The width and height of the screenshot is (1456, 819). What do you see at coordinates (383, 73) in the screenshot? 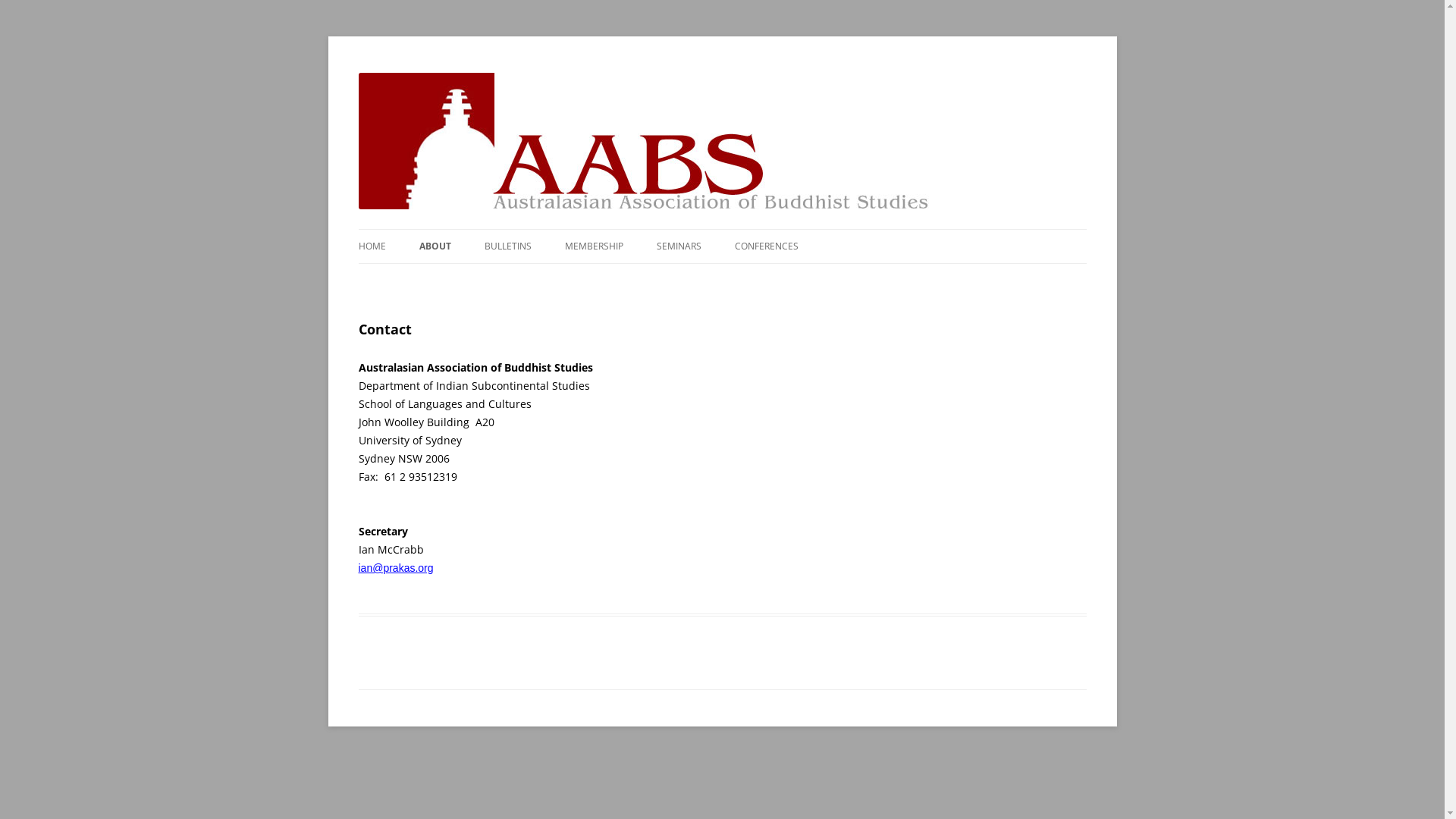
I see `'AABS'` at bounding box center [383, 73].